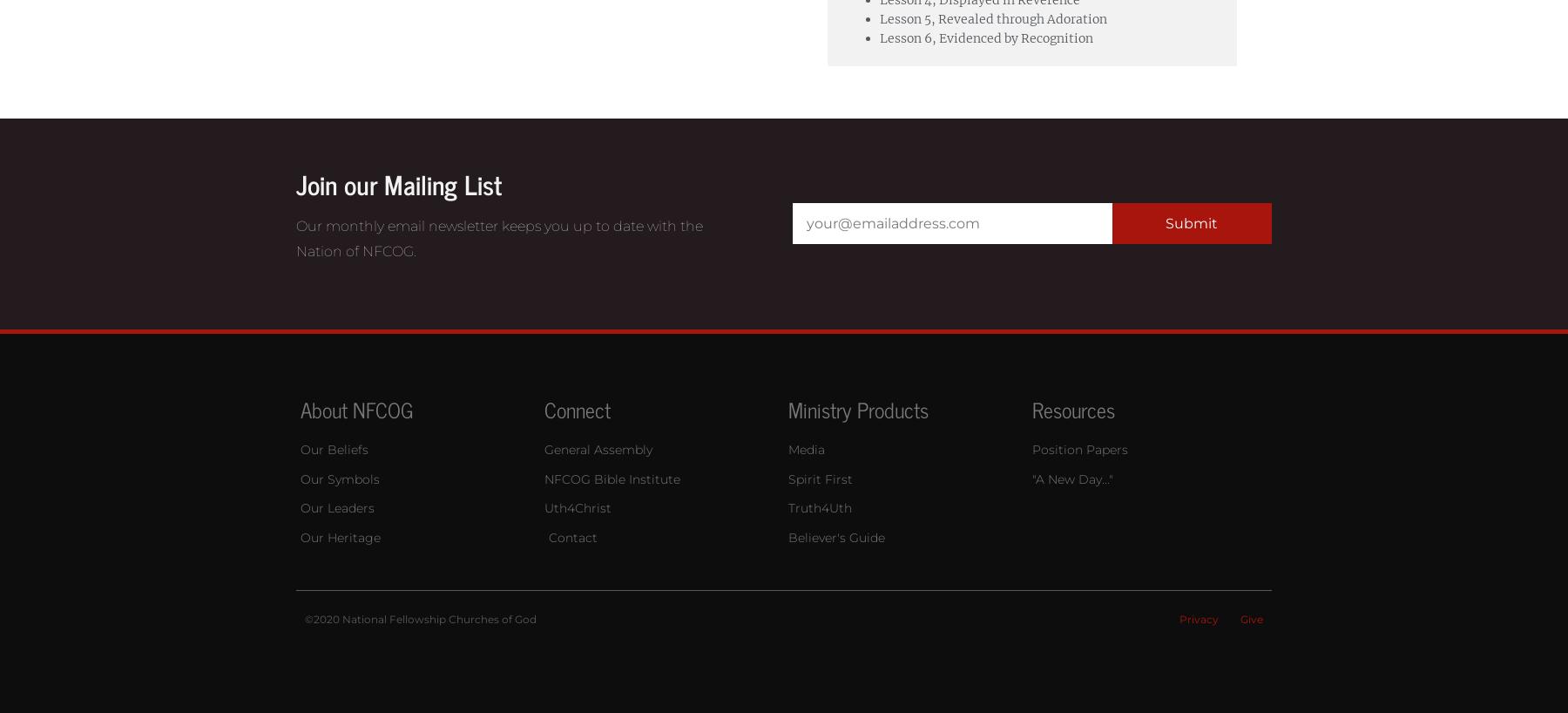  What do you see at coordinates (1031, 477) in the screenshot?
I see `'"A New Day..."'` at bounding box center [1031, 477].